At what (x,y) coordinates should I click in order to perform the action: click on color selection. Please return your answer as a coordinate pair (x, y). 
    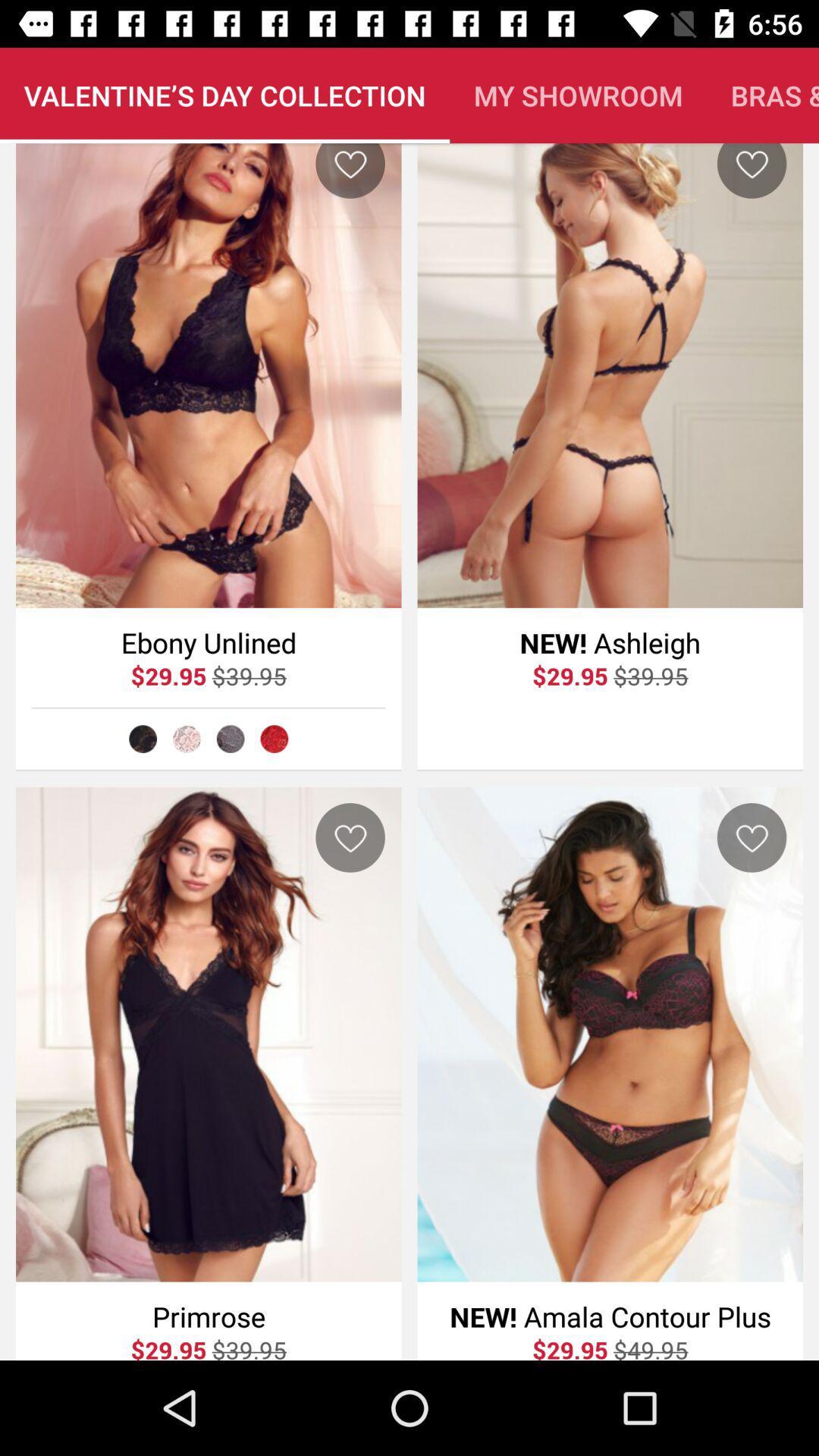
    Looking at the image, I should click on (231, 739).